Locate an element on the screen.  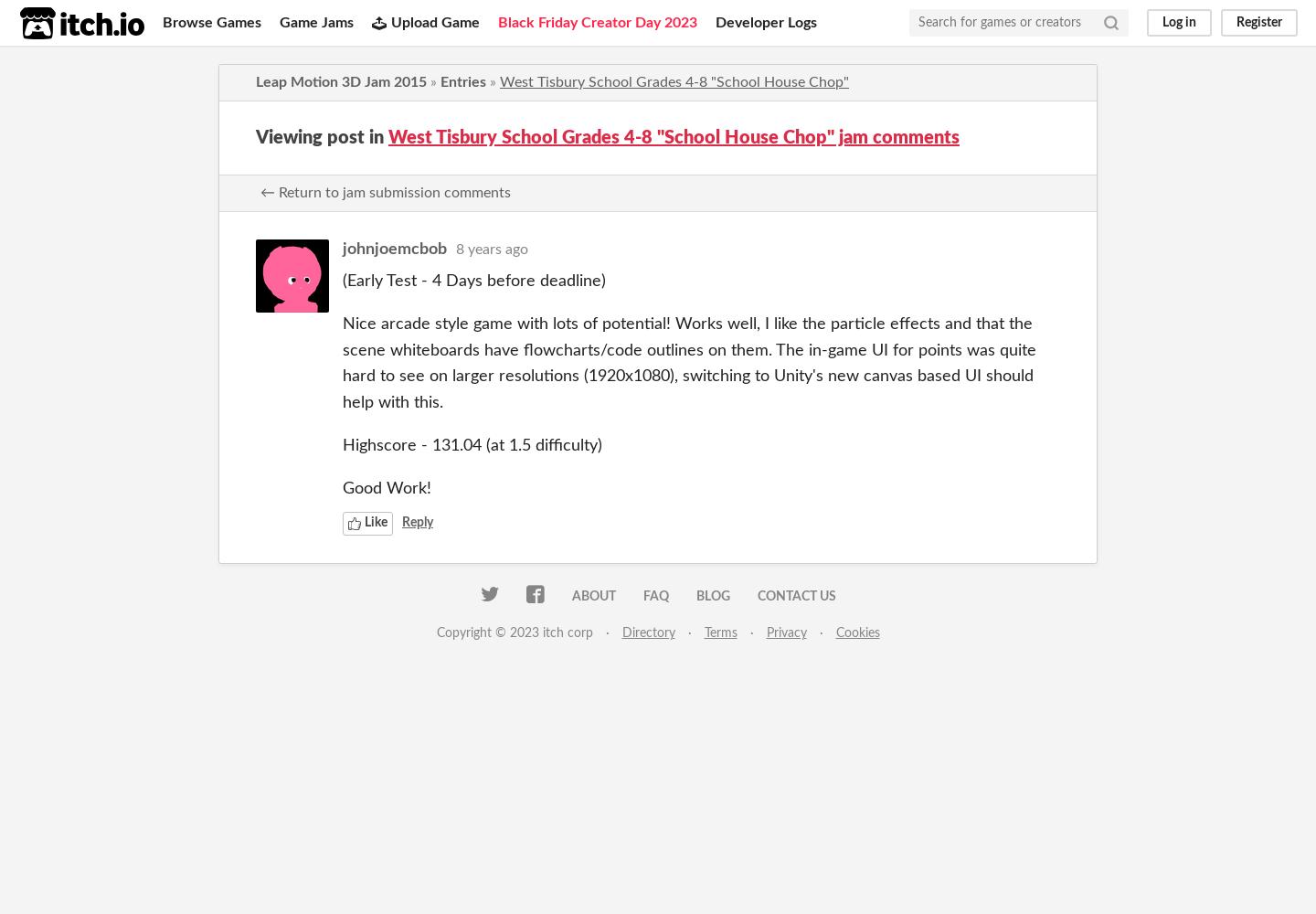
'Highscore - 131.04 (at 1.5 difficulty)' is located at coordinates (471, 444).